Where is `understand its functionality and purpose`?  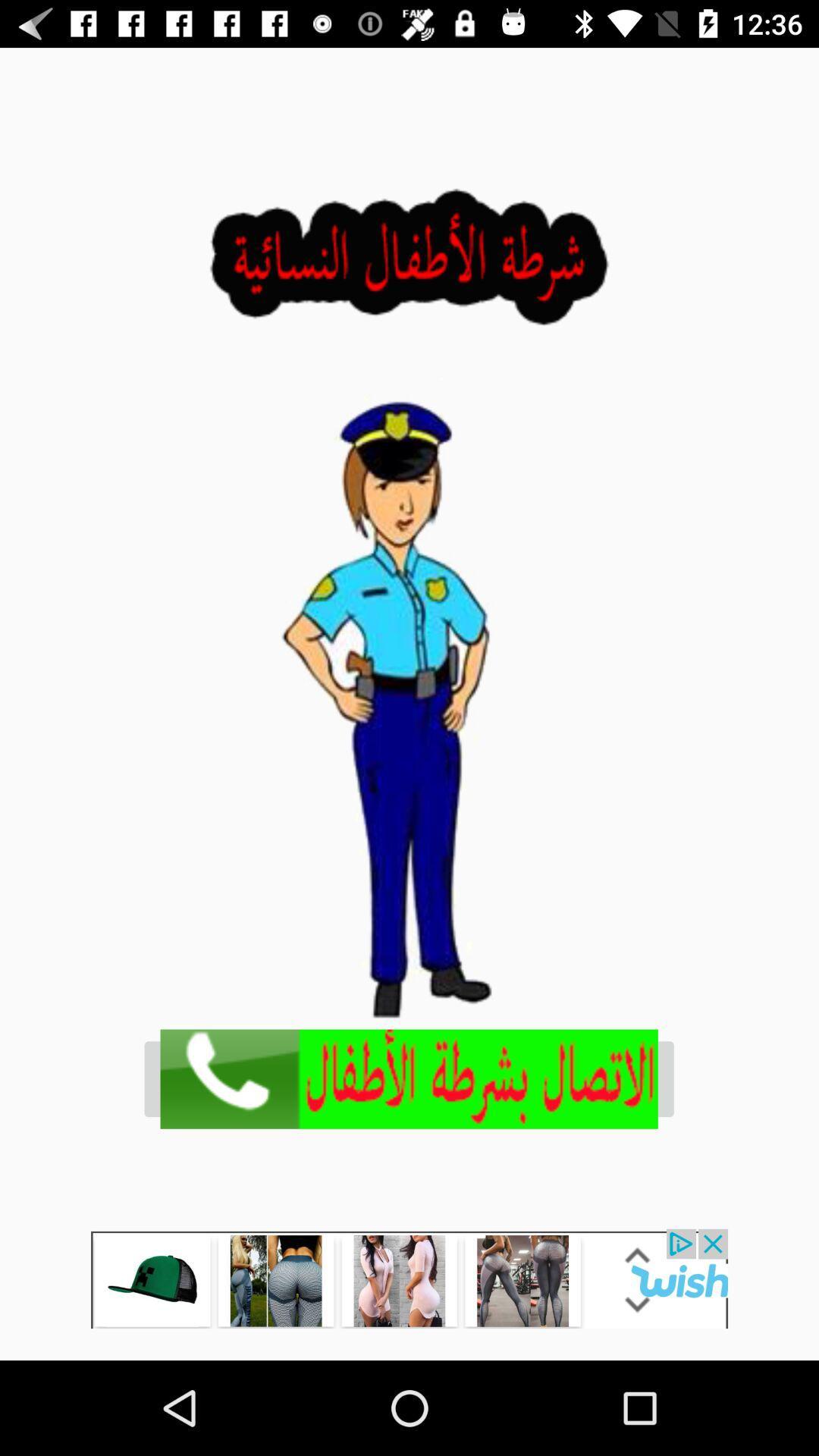
understand its functionality and purpose is located at coordinates (409, 1278).